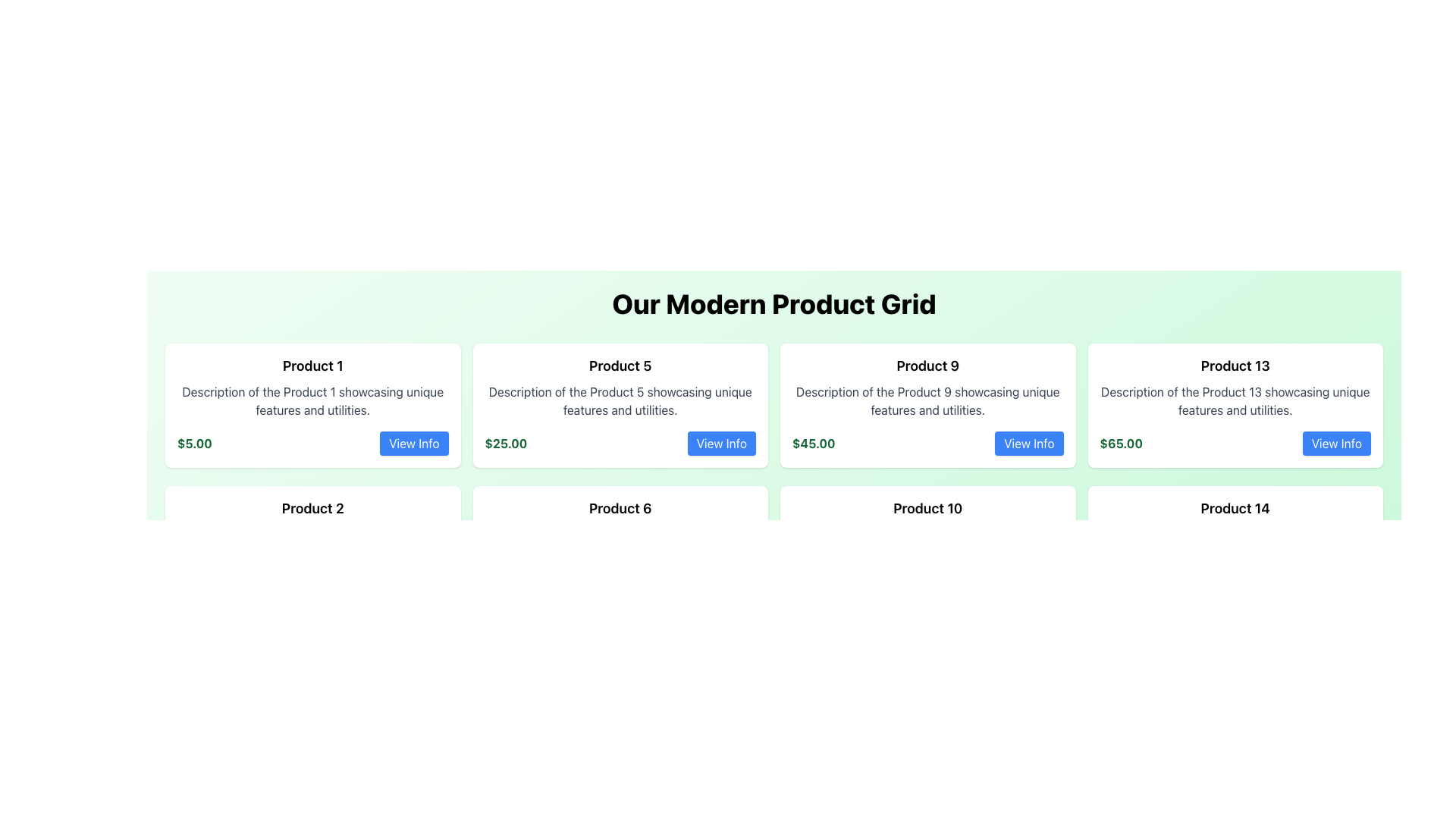 This screenshot has height=819, width=1456. Describe the element at coordinates (1029, 444) in the screenshot. I see `the blue rectangular button labeled 'View Info' located in the bottom-right of the 'Product 9' card` at that location.